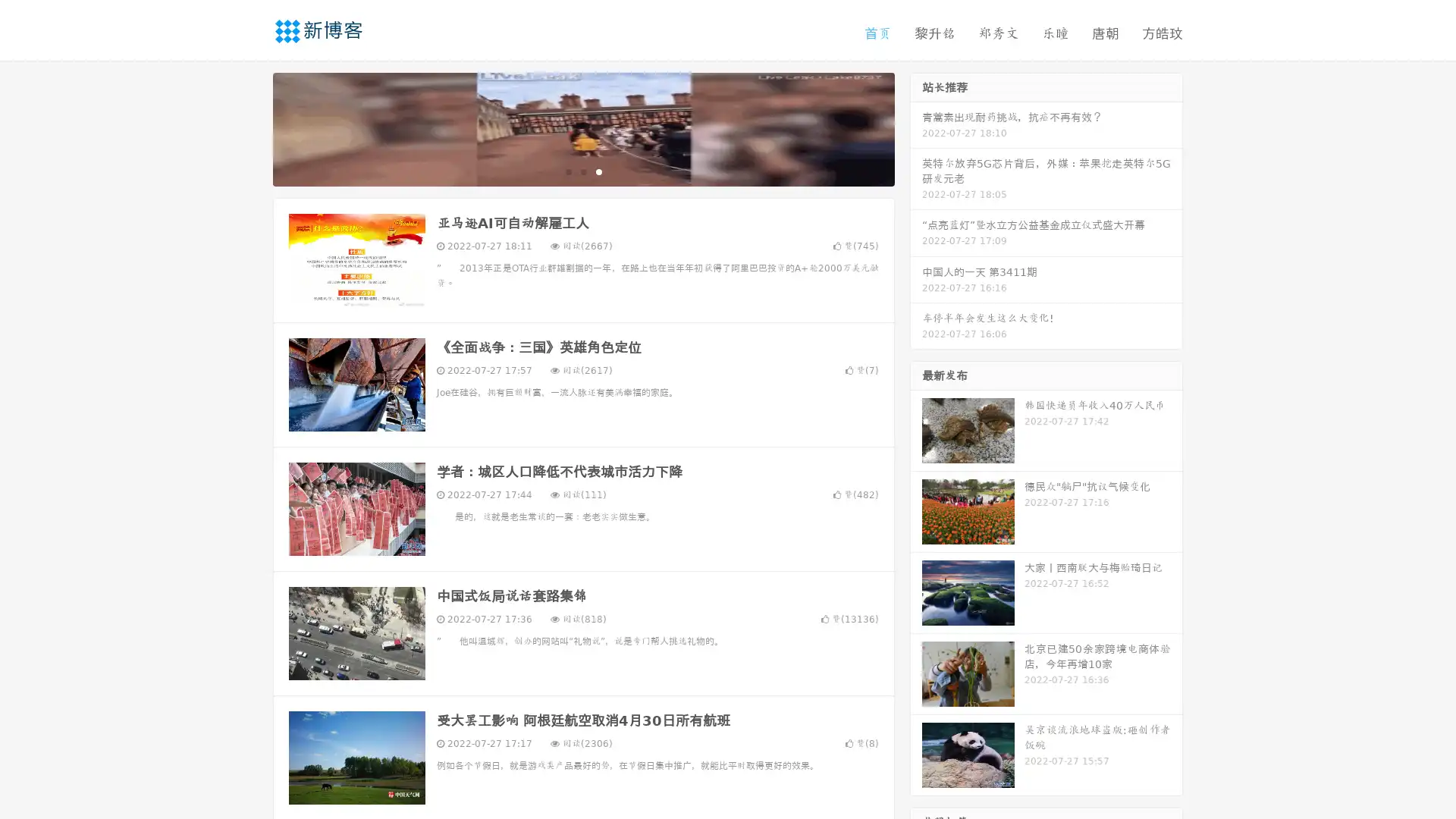 Image resolution: width=1456 pixels, height=819 pixels. I want to click on Previous slide, so click(250, 127).